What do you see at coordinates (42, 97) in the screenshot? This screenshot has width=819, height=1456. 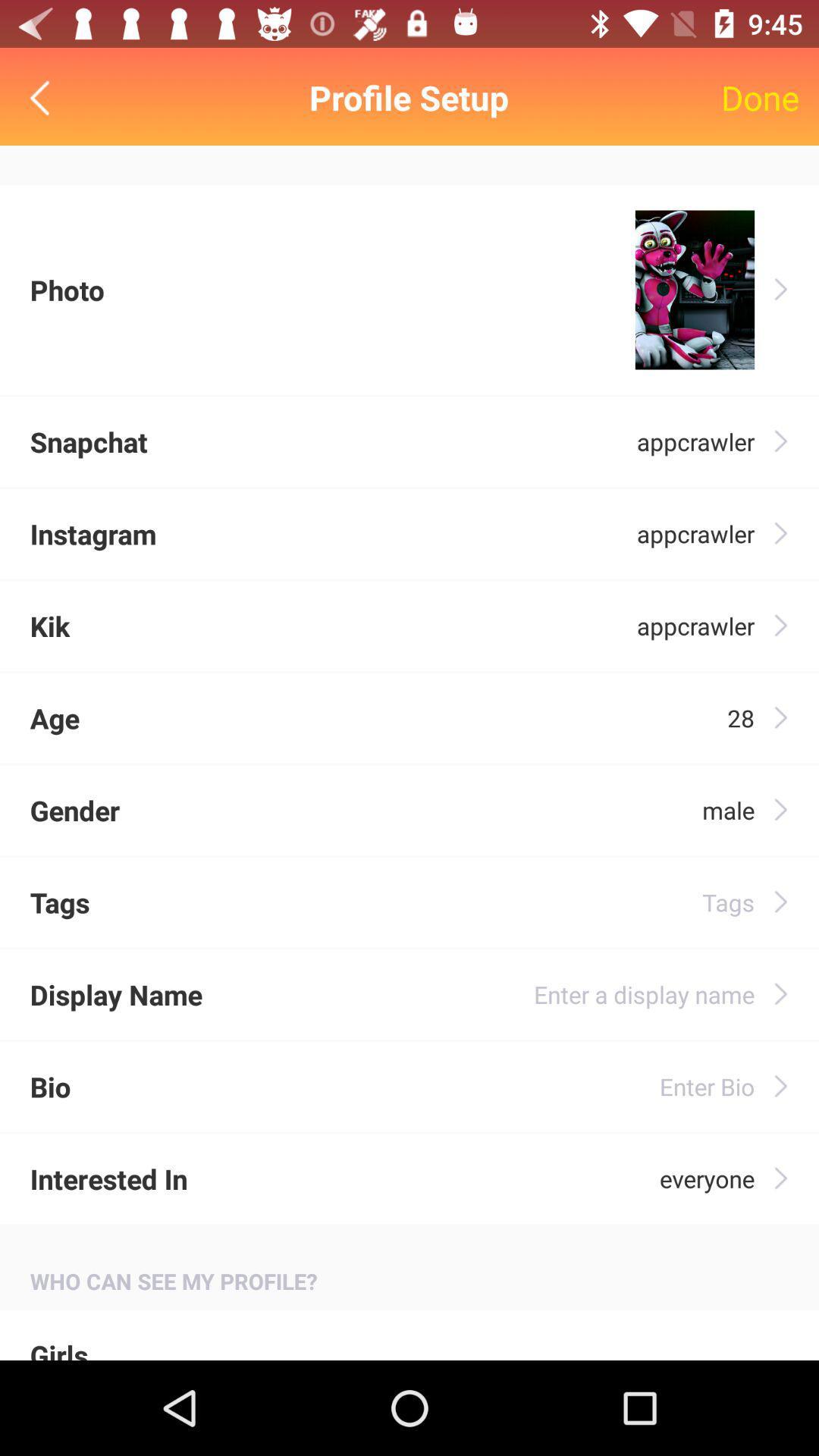 I see `go back` at bounding box center [42, 97].